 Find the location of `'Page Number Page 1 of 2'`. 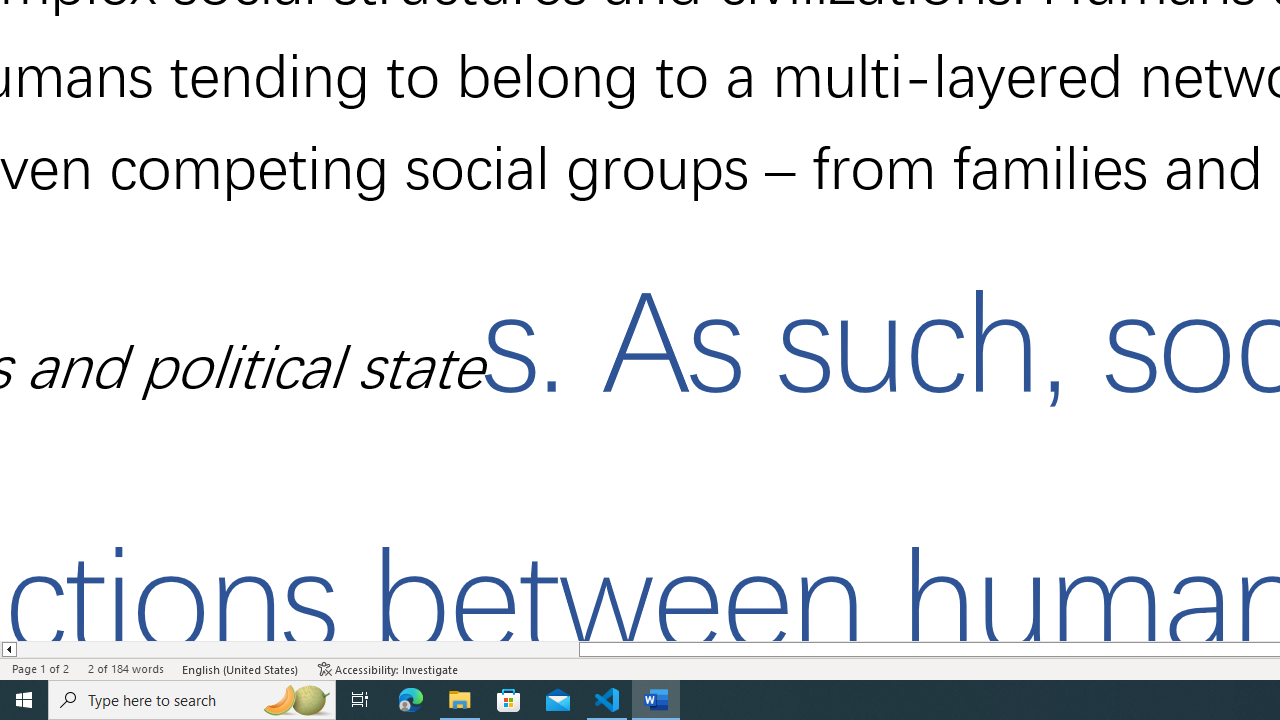

'Page Number Page 1 of 2' is located at coordinates (40, 669).